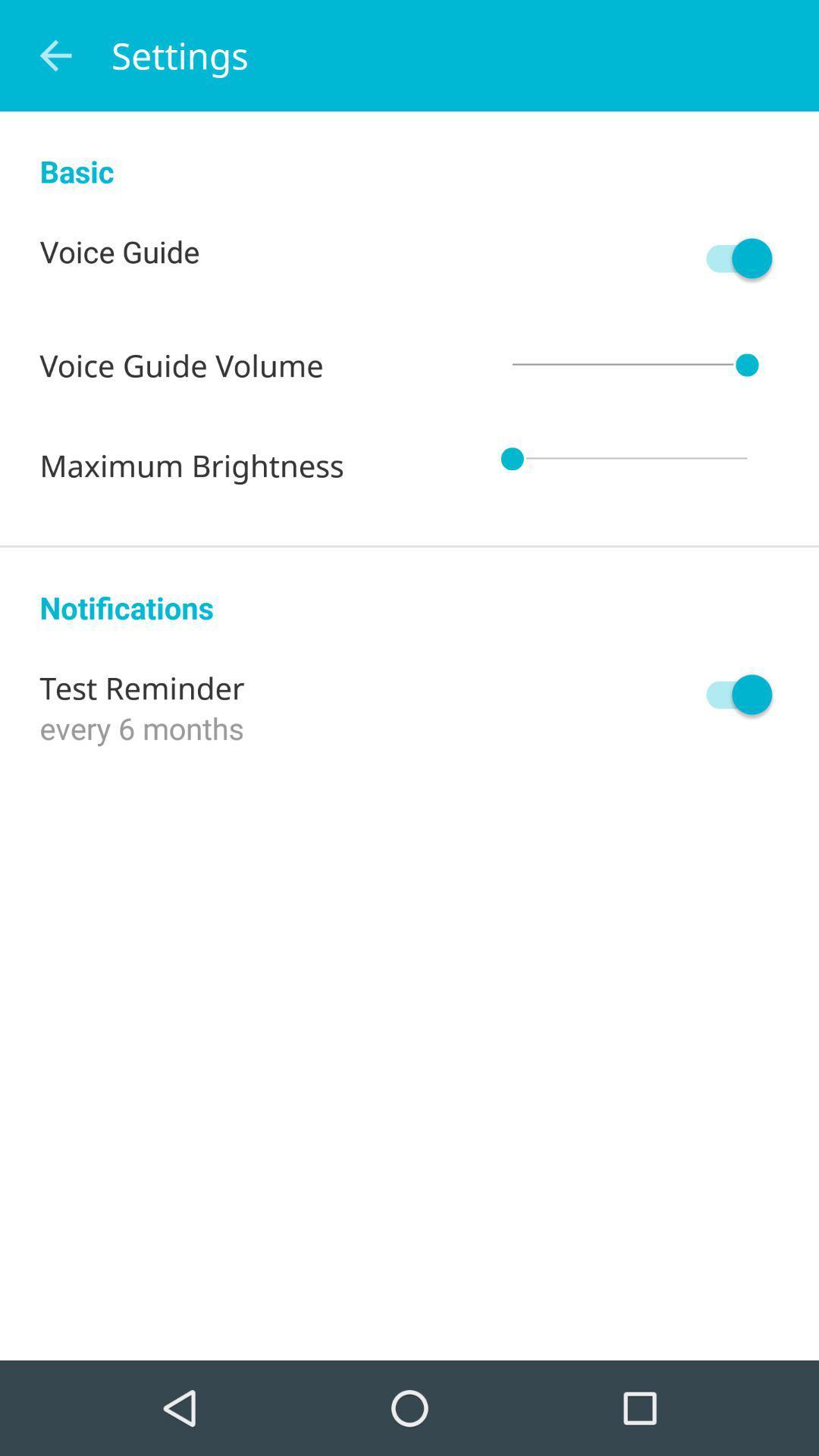 The height and width of the screenshot is (1456, 819). I want to click on voice guide, so click(731, 258).